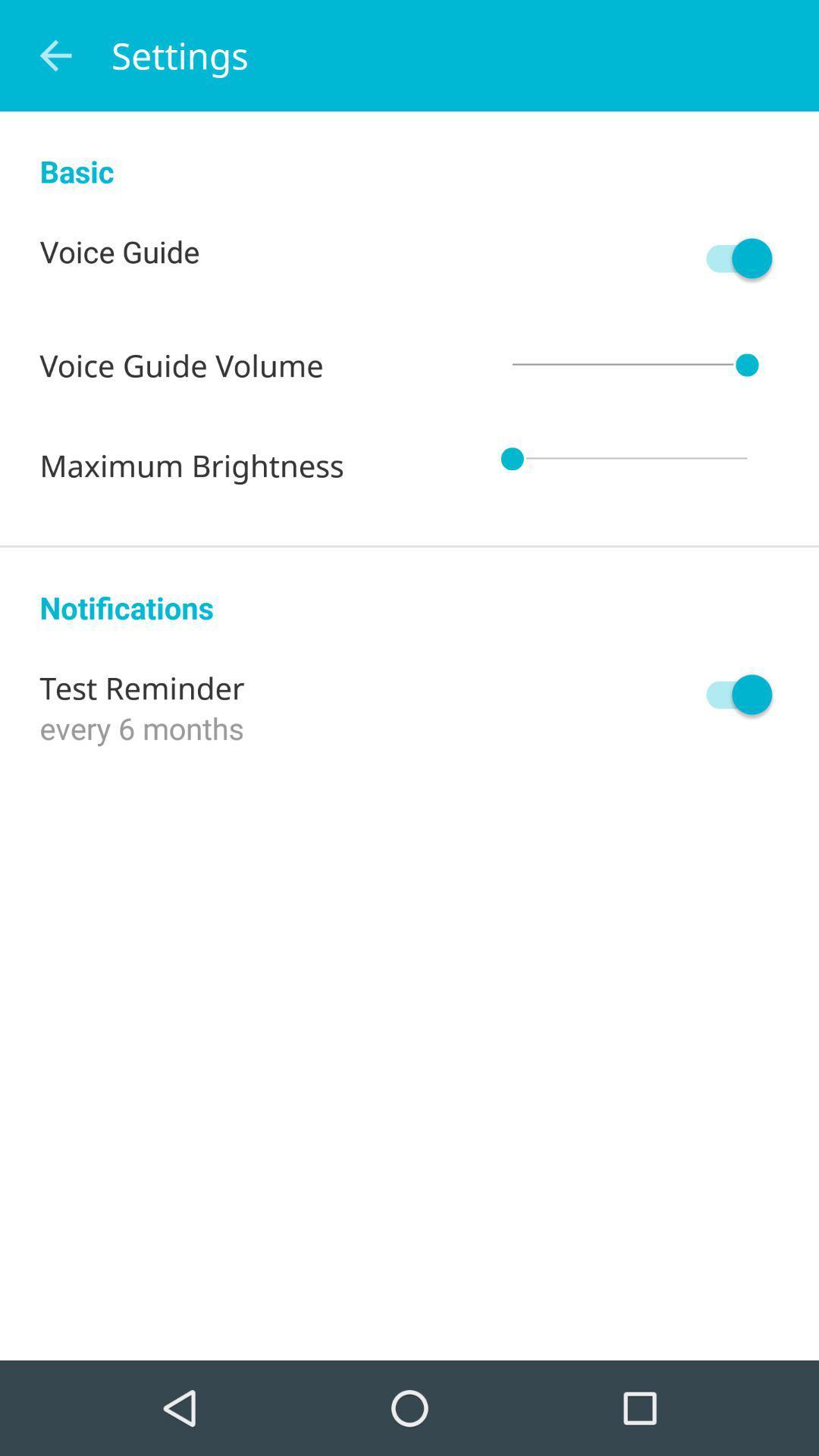 The height and width of the screenshot is (1456, 819). I want to click on voice guide, so click(731, 258).